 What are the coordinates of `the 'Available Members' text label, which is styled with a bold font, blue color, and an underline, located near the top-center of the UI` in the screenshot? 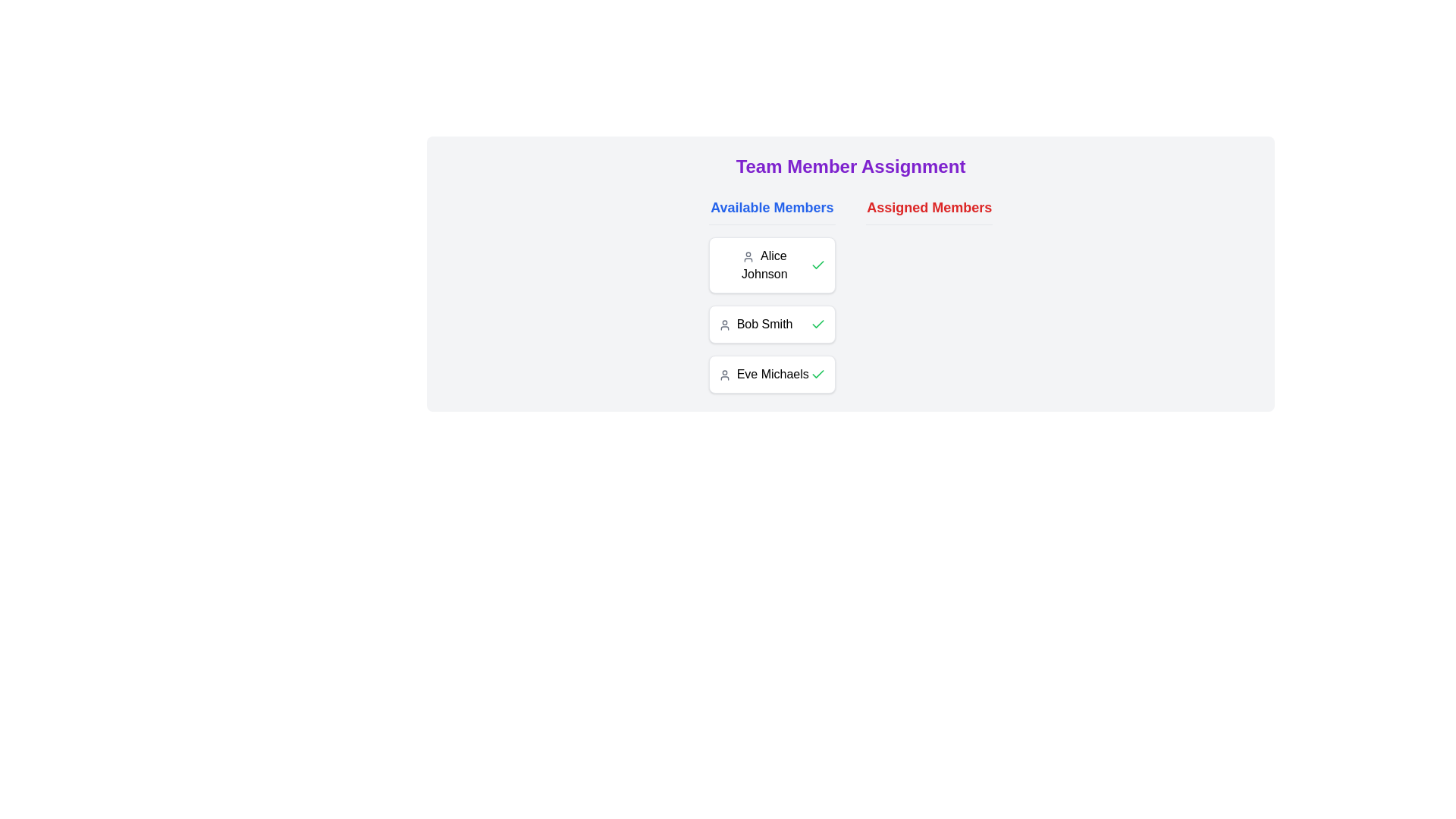 It's located at (772, 211).